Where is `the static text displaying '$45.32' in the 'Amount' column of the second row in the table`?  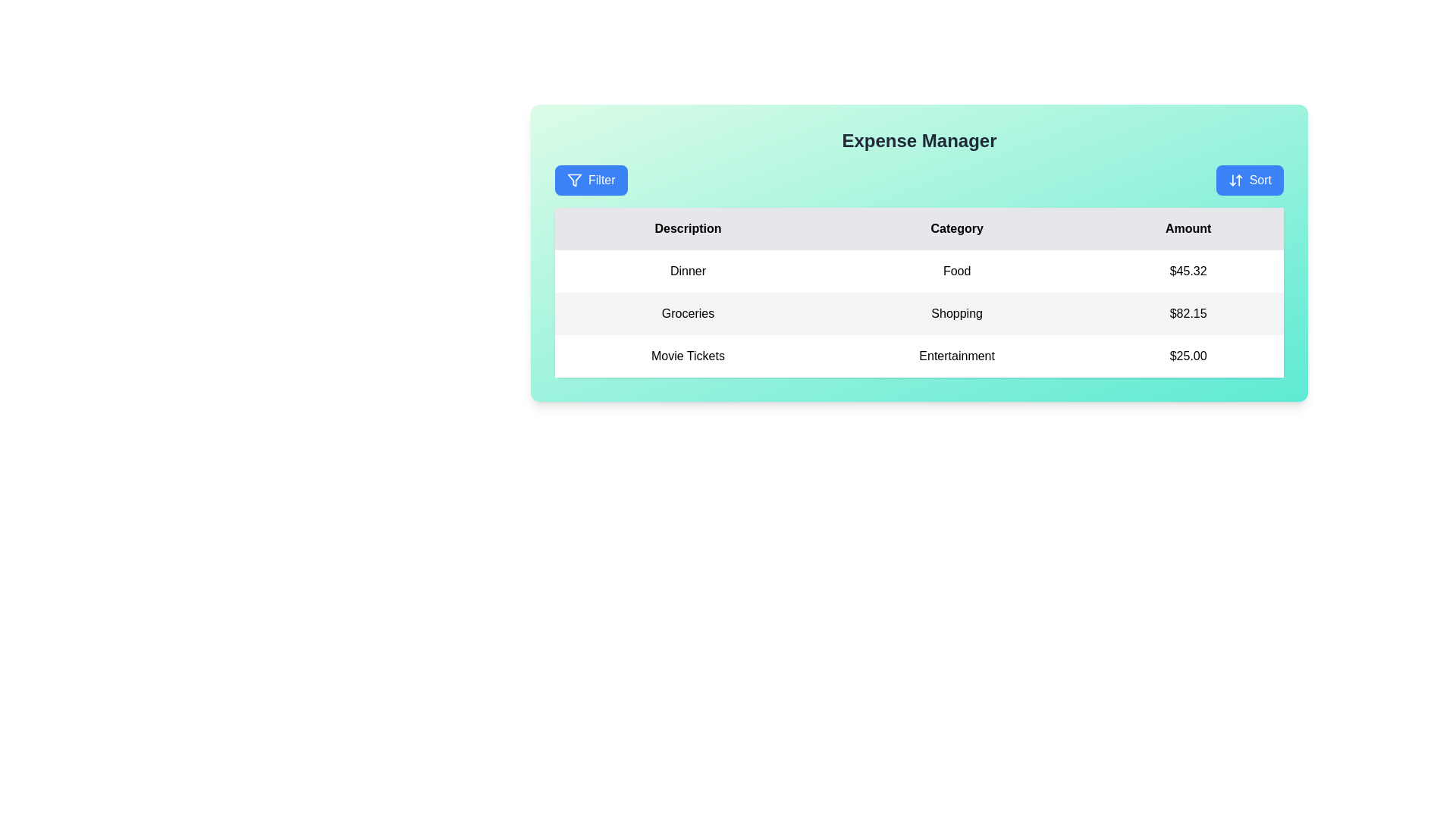
the static text displaying '$45.32' in the 'Amount' column of the second row in the table is located at coordinates (1188, 271).